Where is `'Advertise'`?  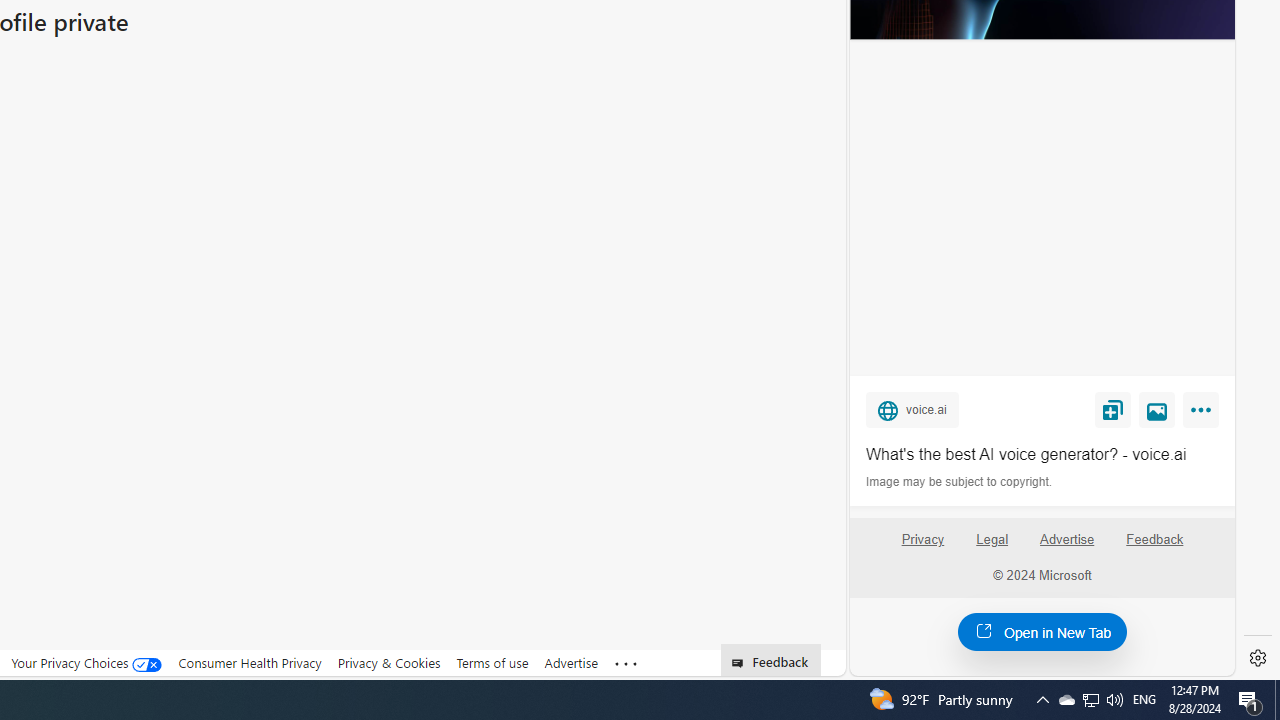 'Advertise' is located at coordinates (1065, 538).